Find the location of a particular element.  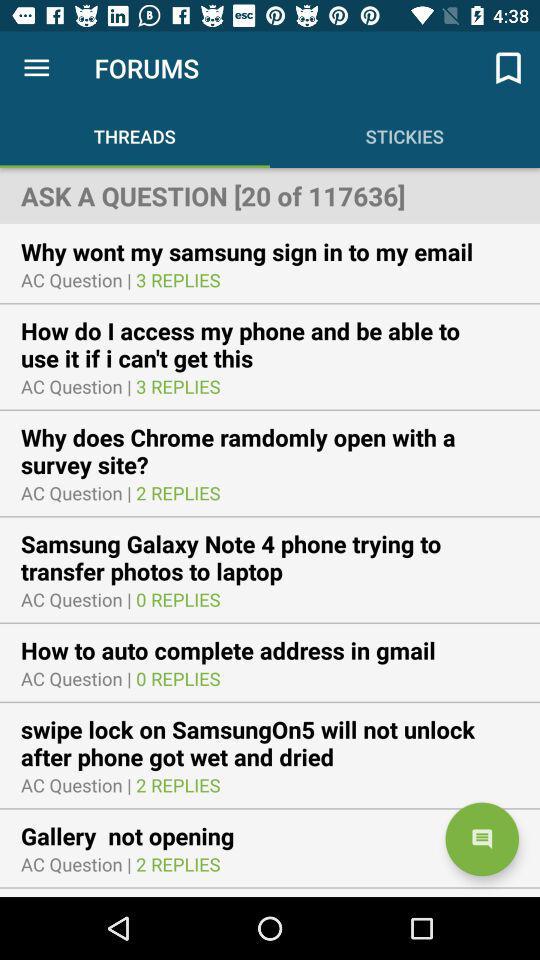

the icon above ac question |  item is located at coordinates (260, 250).